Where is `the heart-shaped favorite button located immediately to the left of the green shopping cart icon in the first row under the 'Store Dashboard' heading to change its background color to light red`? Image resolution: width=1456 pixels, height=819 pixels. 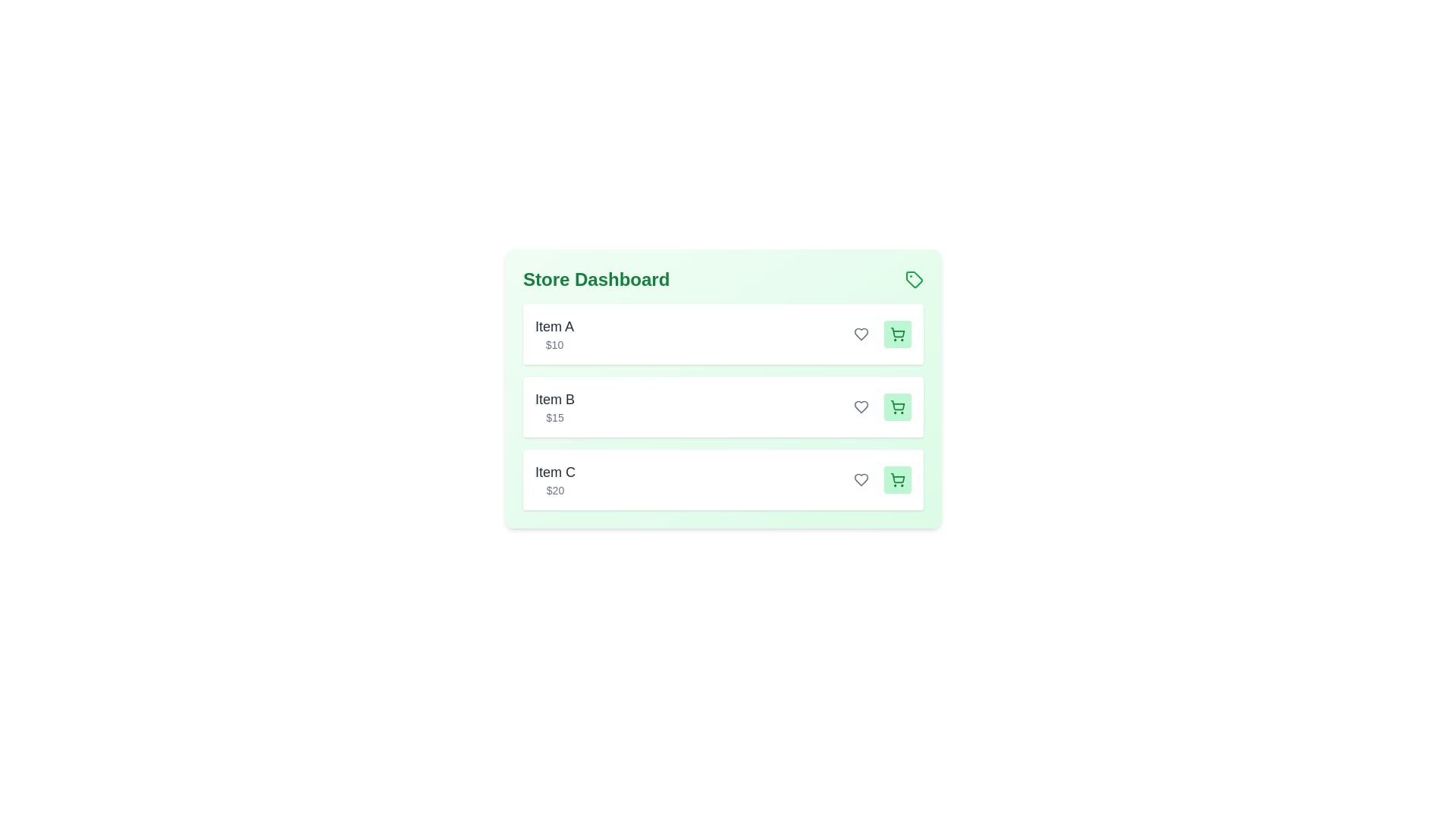 the heart-shaped favorite button located immediately to the left of the green shopping cart icon in the first row under the 'Store Dashboard' heading to change its background color to light red is located at coordinates (861, 333).